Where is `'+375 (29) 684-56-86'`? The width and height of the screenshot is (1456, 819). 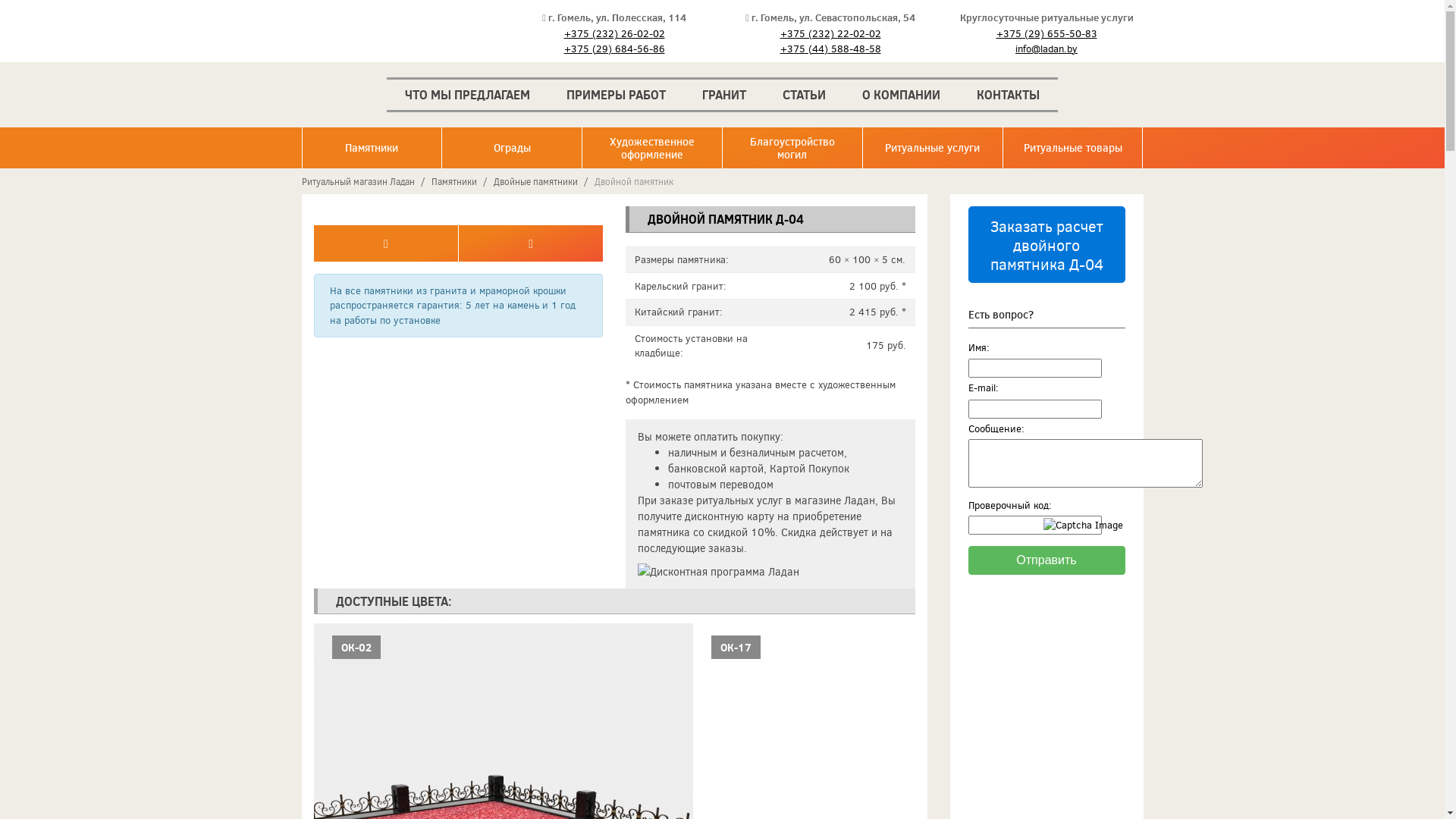
'+375 (29) 684-56-86' is located at coordinates (613, 48).